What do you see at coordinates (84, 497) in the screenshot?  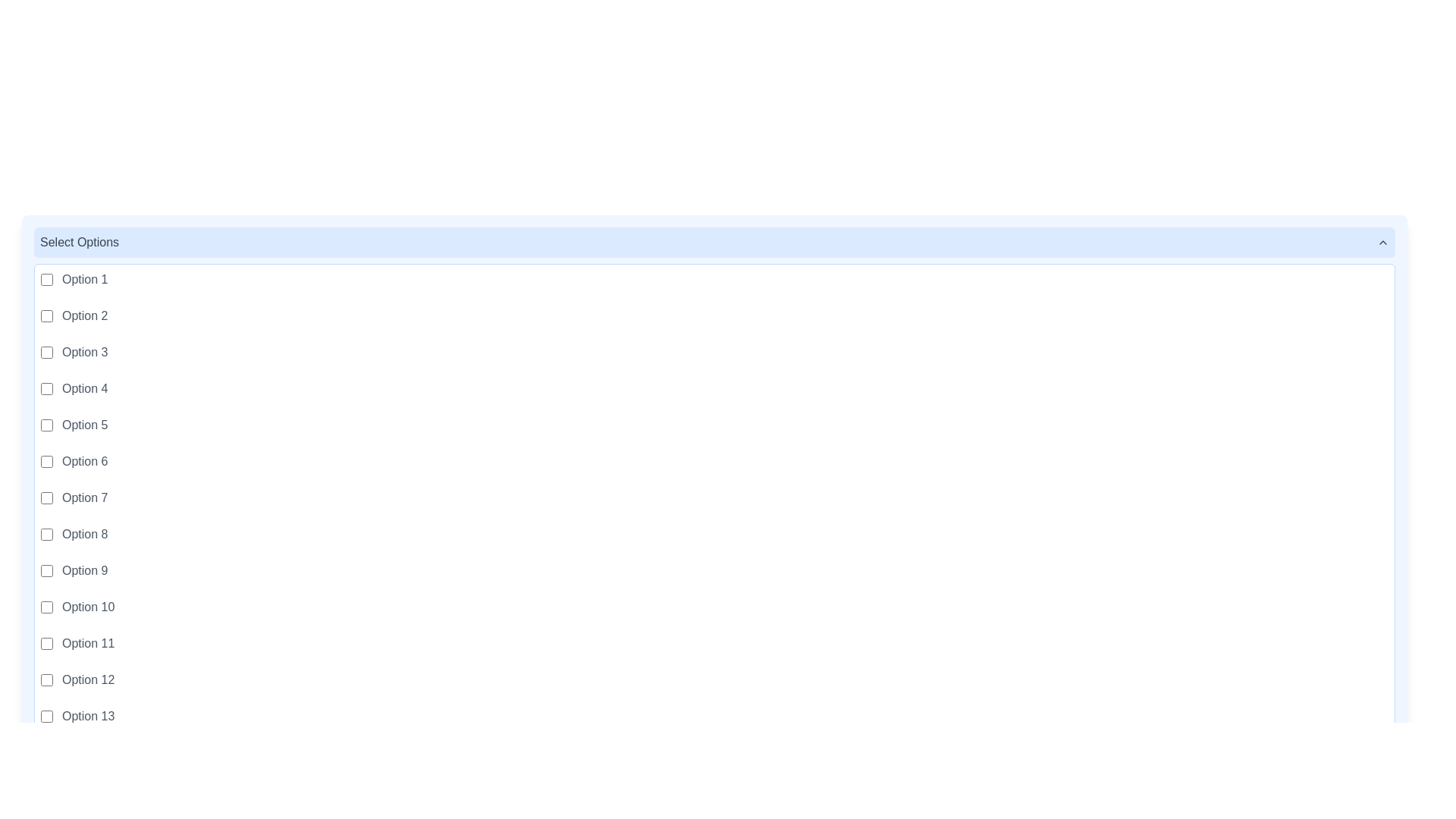 I see `the 'Option 7' text label, which is displayed in a lighter gray color and positioned to the right of a small square checkbox as the seventh item in the vertical list of options` at bounding box center [84, 497].